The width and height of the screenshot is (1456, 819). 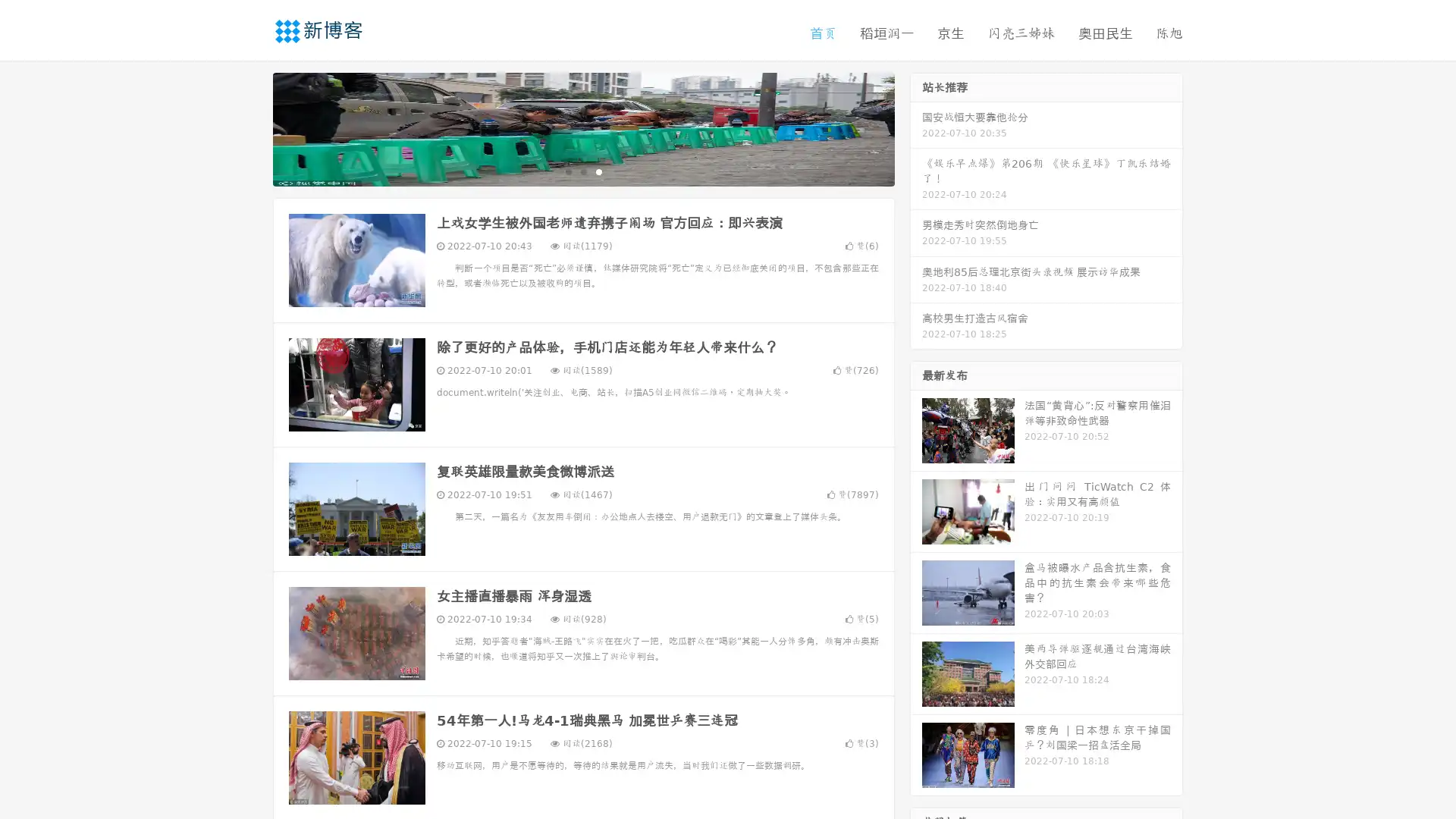 I want to click on Next slide, so click(x=916, y=127).